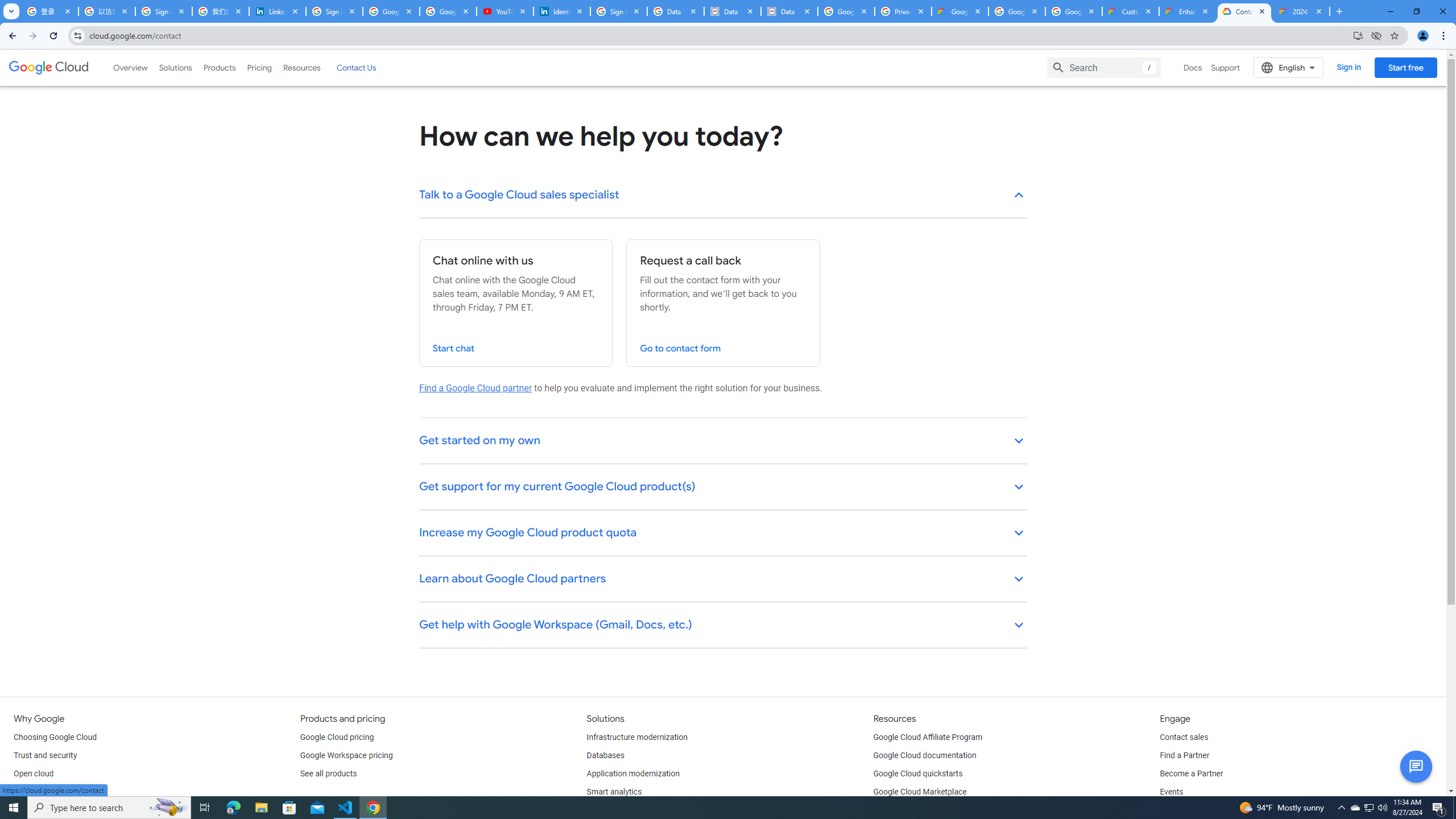  What do you see at coordinates (77, 35) in the screenshot?
I see `'View site information'` at bounding box center [77, 35].